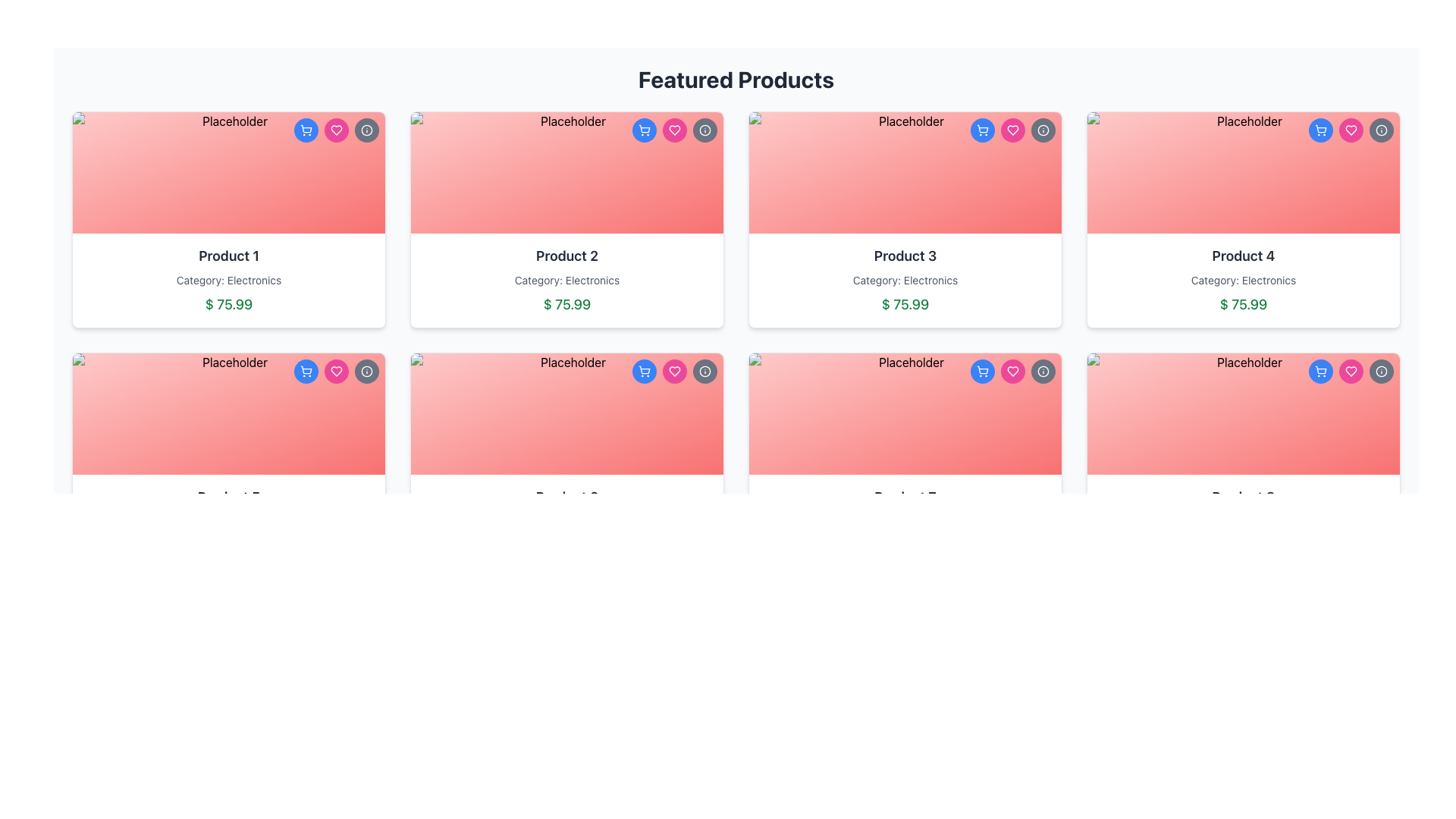  I want to click on the circular button with a gray background and white border containing an information icon, located in the top-right corner of the fourth product card, so click(1382, 130).